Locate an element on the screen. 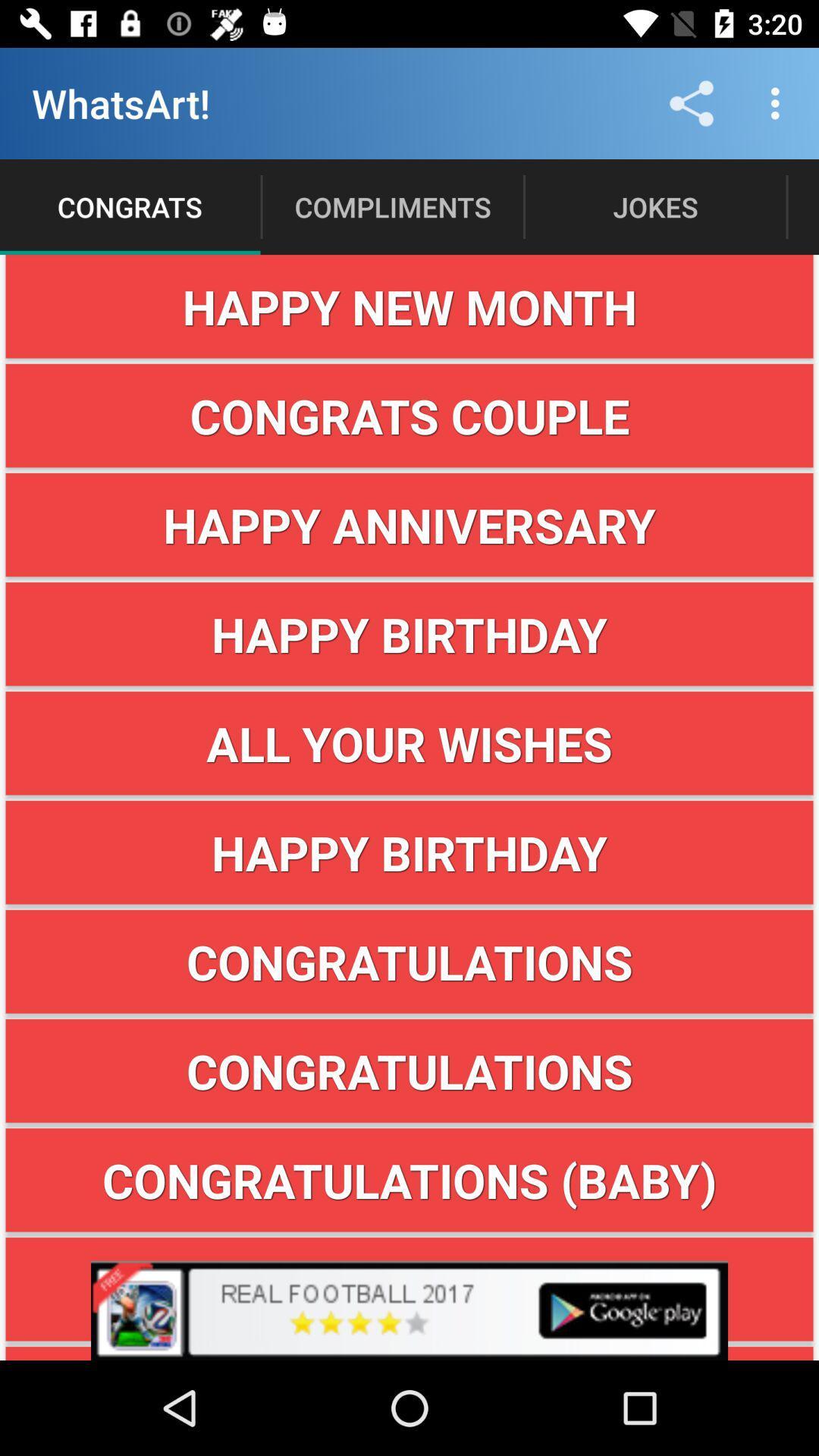 The height and width of the screenshot is (1456, 819). the button above the wow item is located at coordinates (409, 1179).